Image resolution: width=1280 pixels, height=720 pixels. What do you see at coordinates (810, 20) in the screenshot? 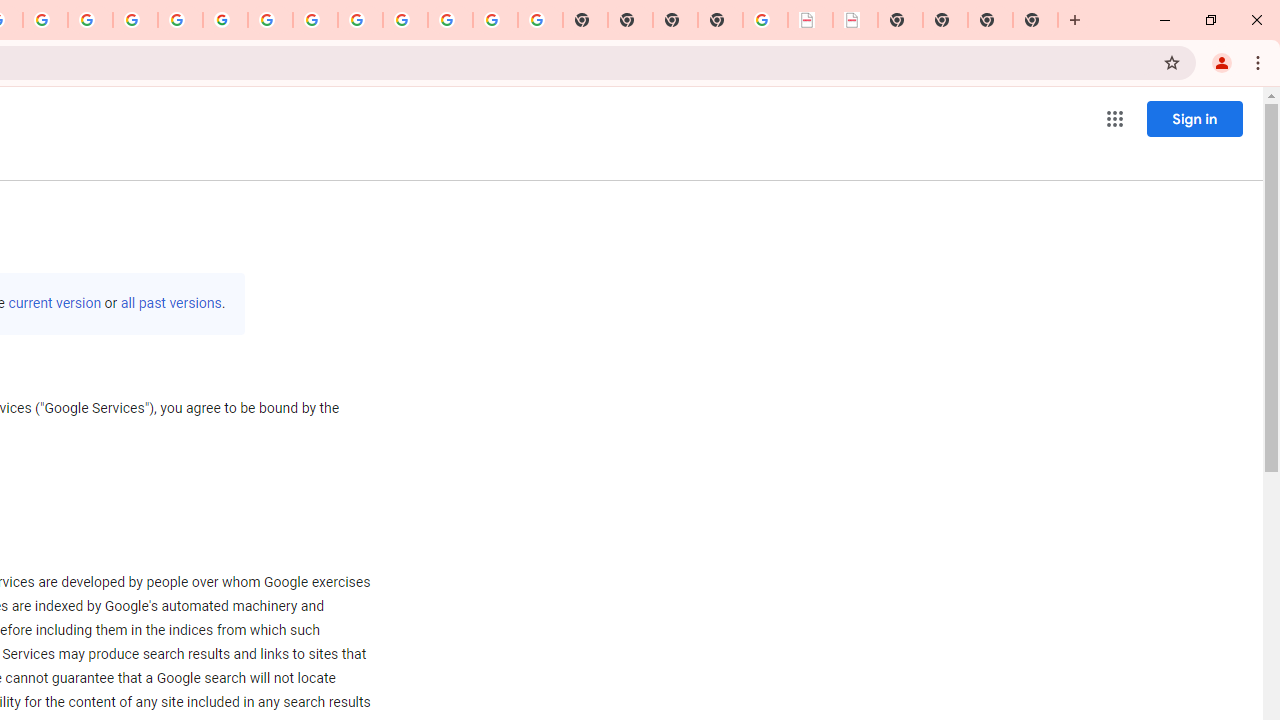
I see `'LAAD Defence & Security 2025 | BAE Systems'` at bounding box center [810, 20].